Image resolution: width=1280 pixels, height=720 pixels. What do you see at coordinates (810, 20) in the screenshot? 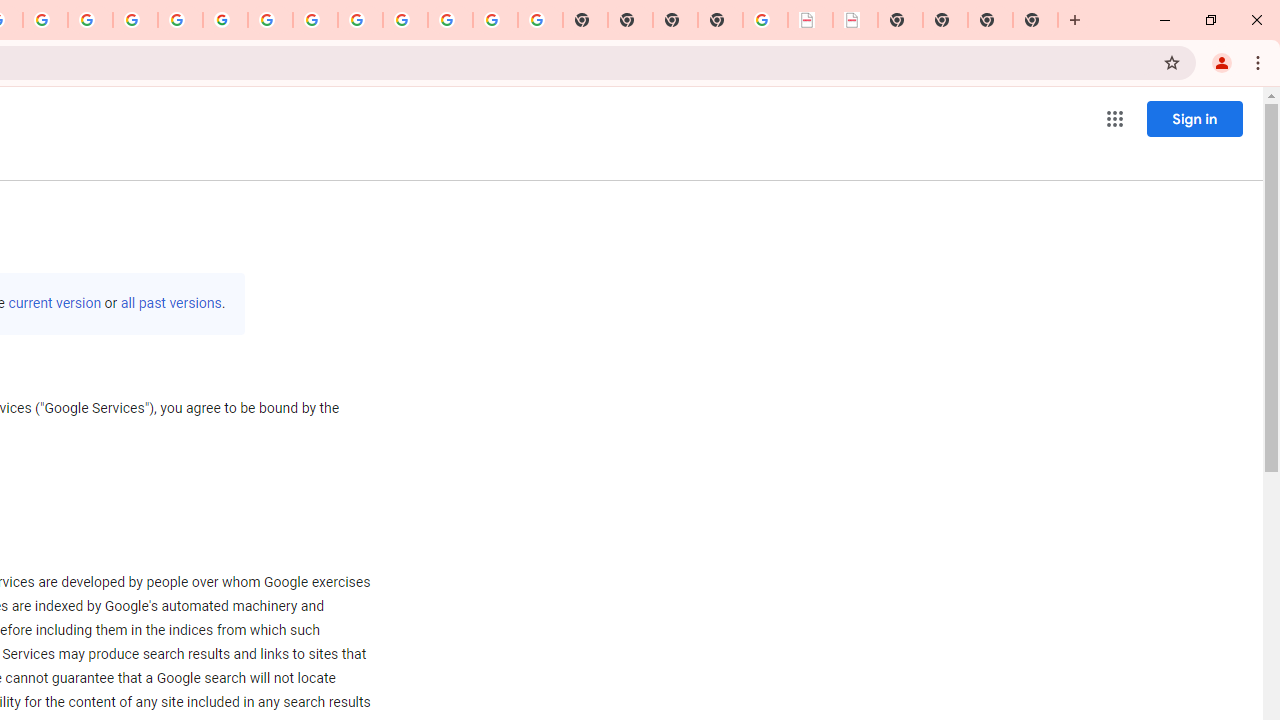
I see `'LAAD Defence & Security 2025 | BAE Systems'` at bounding box center [810, 20].